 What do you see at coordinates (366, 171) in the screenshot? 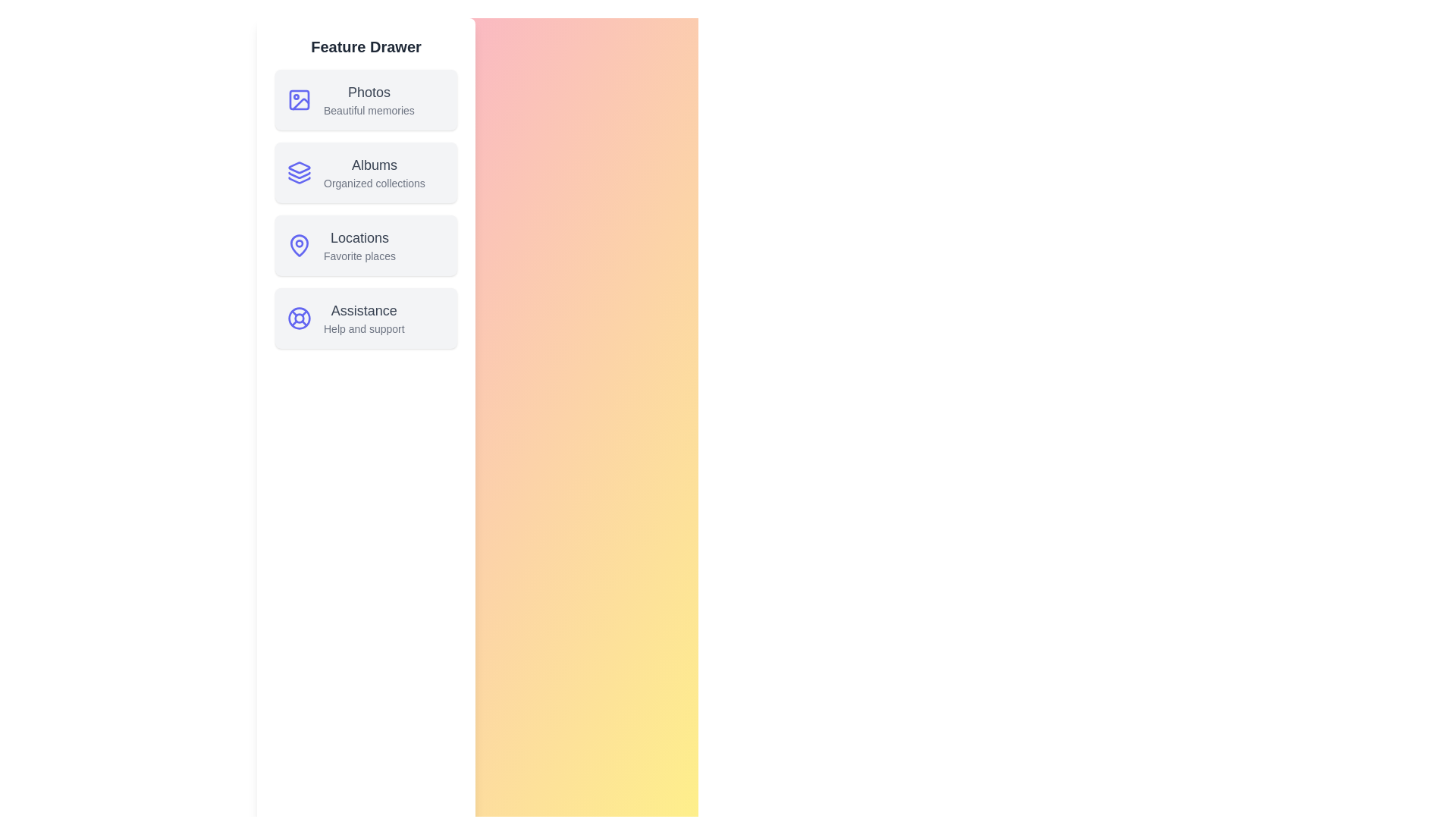
I see `the feature item Albums from the StylishDrawer` at bounding box center [366, 171].